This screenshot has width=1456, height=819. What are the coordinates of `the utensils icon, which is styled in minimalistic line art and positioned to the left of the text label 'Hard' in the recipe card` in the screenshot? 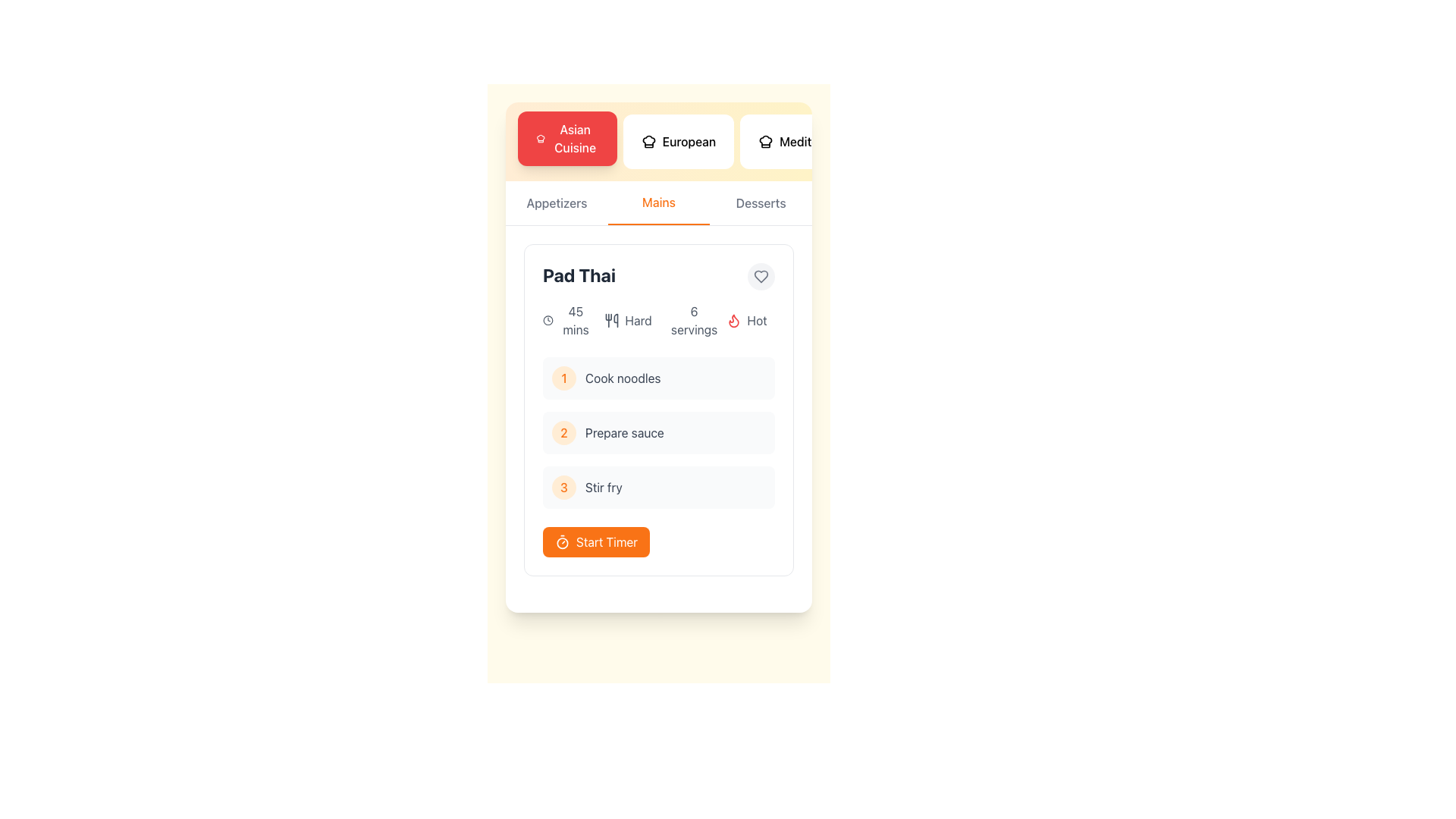 It's located at (611, 320).